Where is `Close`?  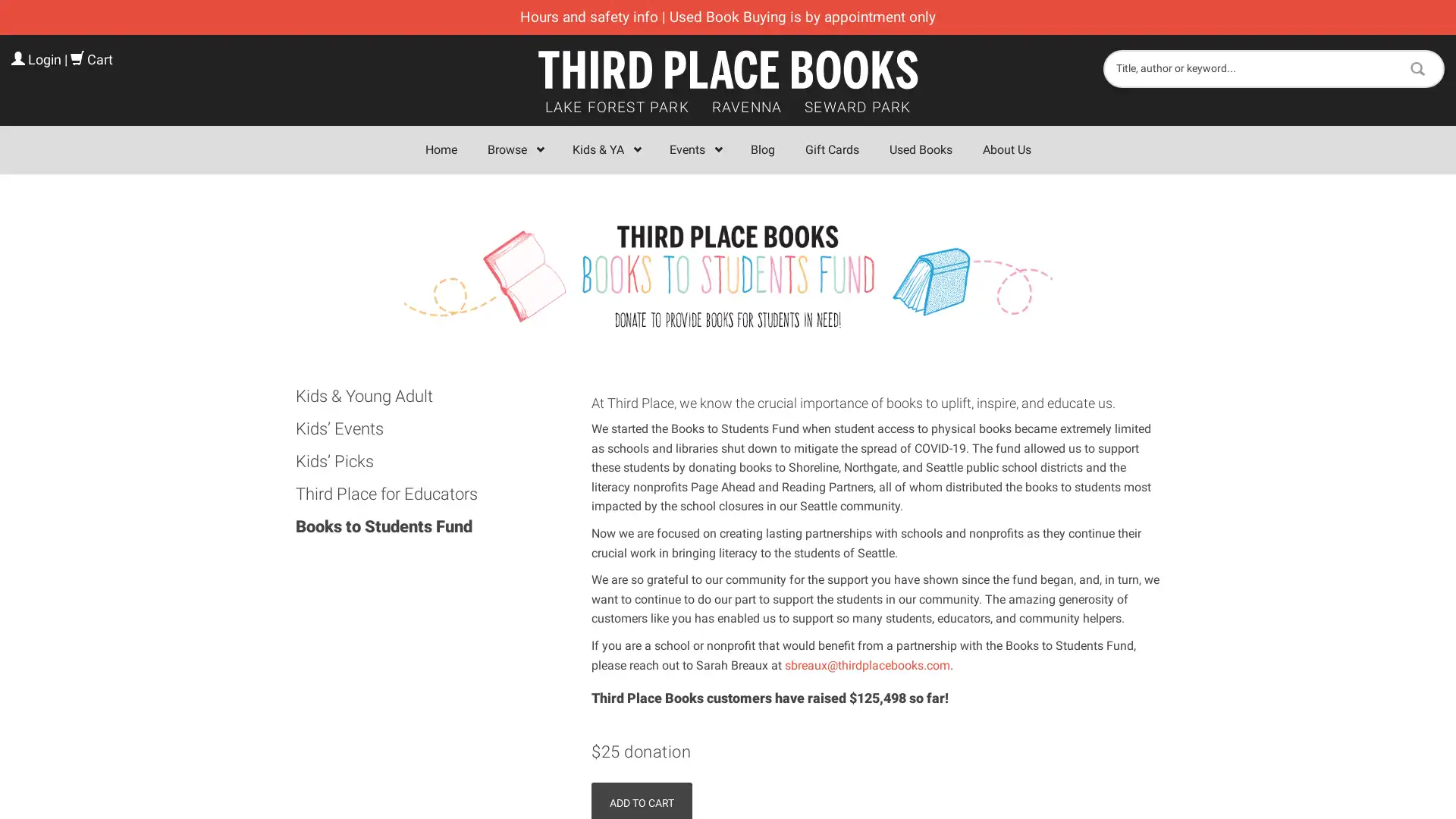
Close is located at coordinates (949, 222).